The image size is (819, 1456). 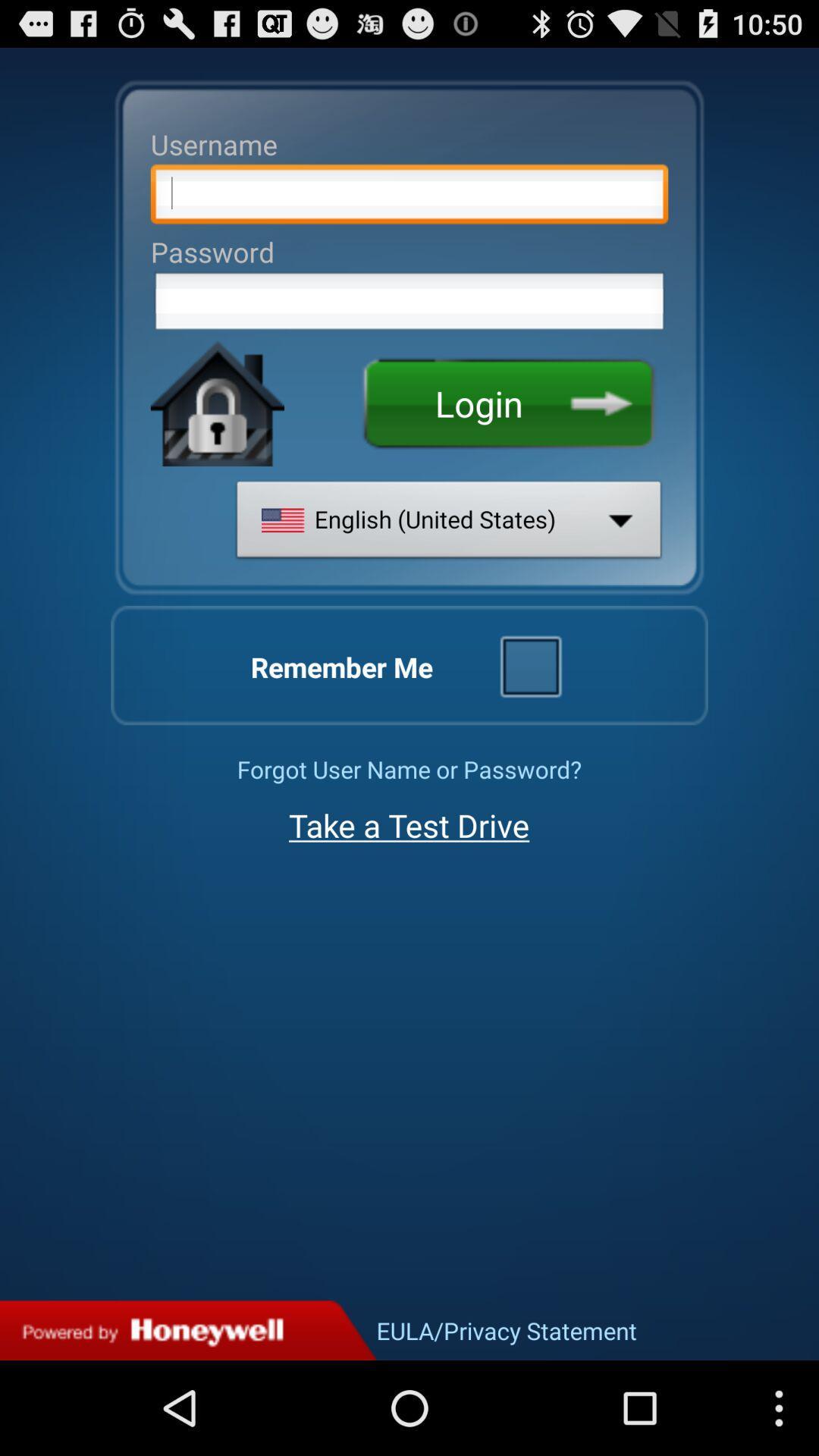 I want to click on privacy statement, so click(x=187, y=1329).